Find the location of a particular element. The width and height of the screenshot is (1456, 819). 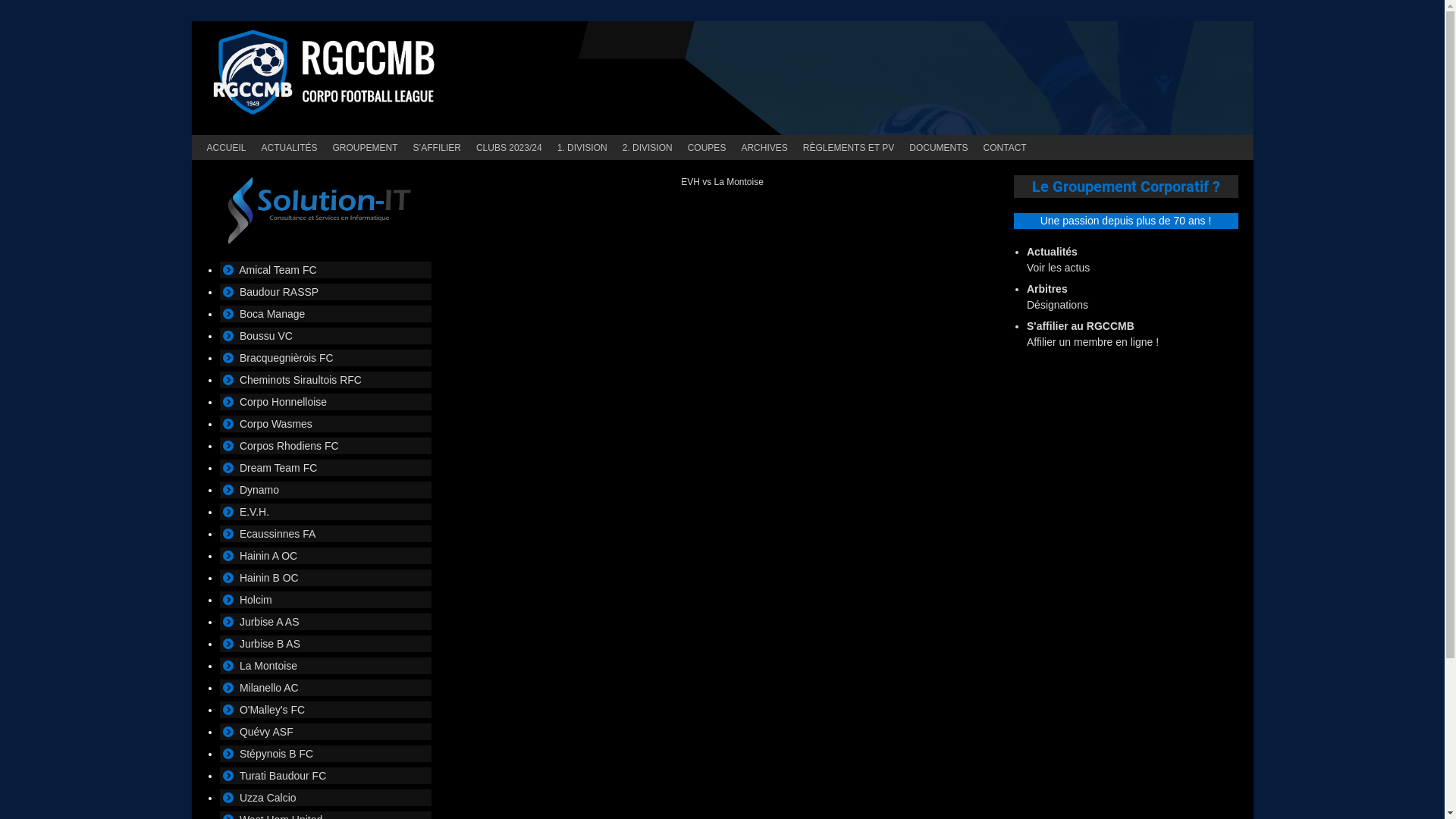

'Turati Baudour FC' is located at coordinates (239, 775).